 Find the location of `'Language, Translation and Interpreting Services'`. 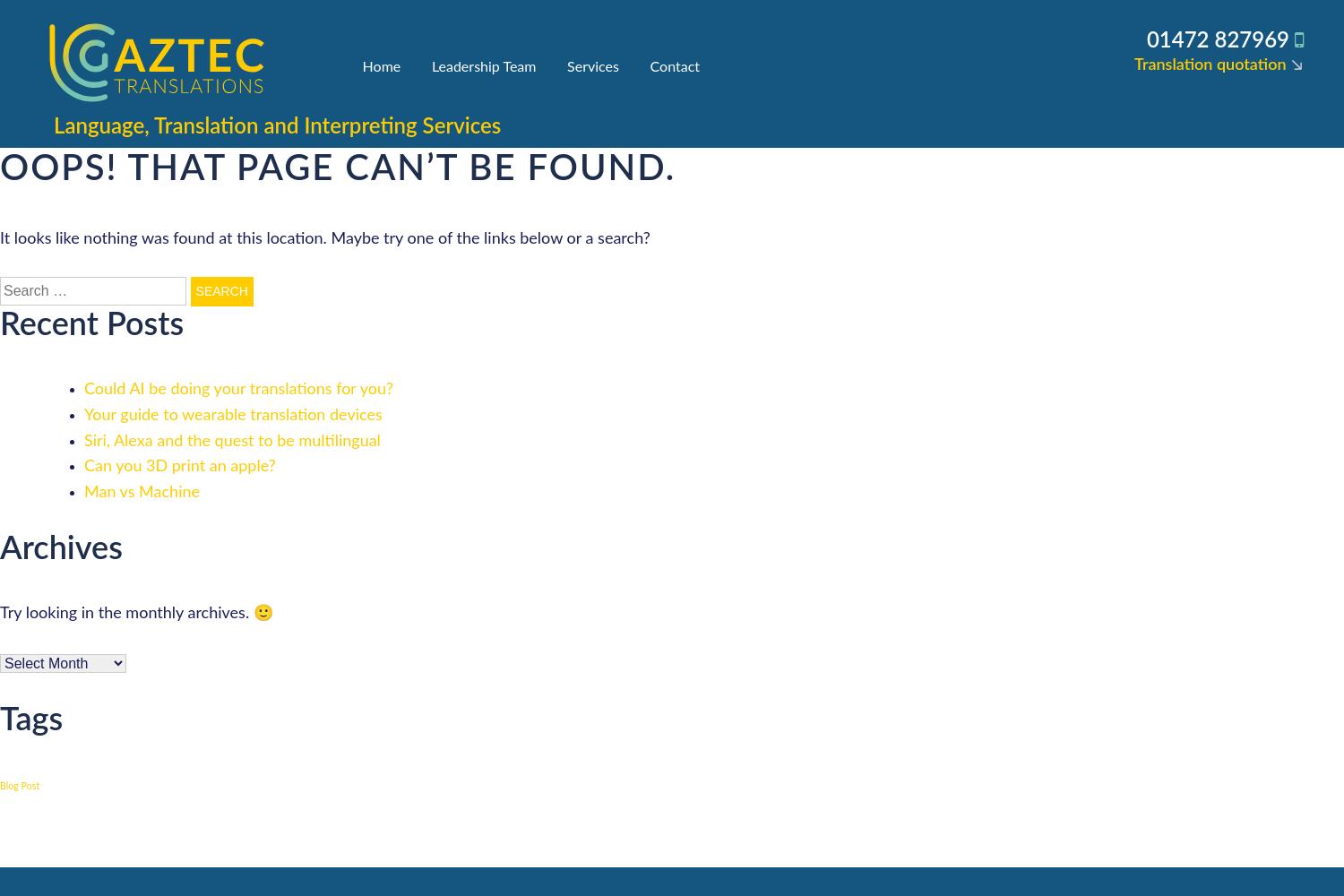

'Language, Translation and Interpreting Services' is located at coordinates (277, 127).